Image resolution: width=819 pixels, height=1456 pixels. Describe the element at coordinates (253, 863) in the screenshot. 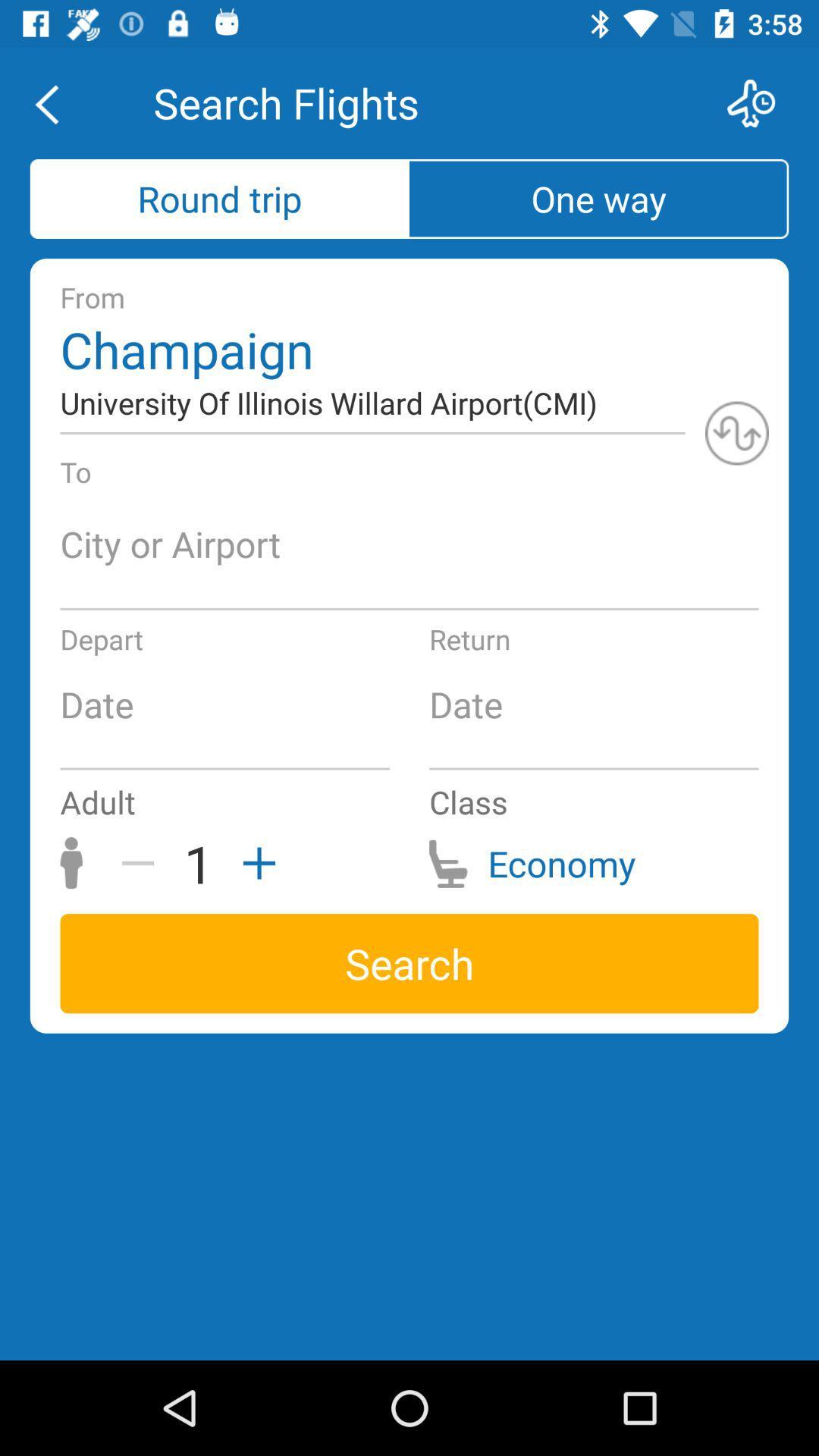

I see `option` at that location.